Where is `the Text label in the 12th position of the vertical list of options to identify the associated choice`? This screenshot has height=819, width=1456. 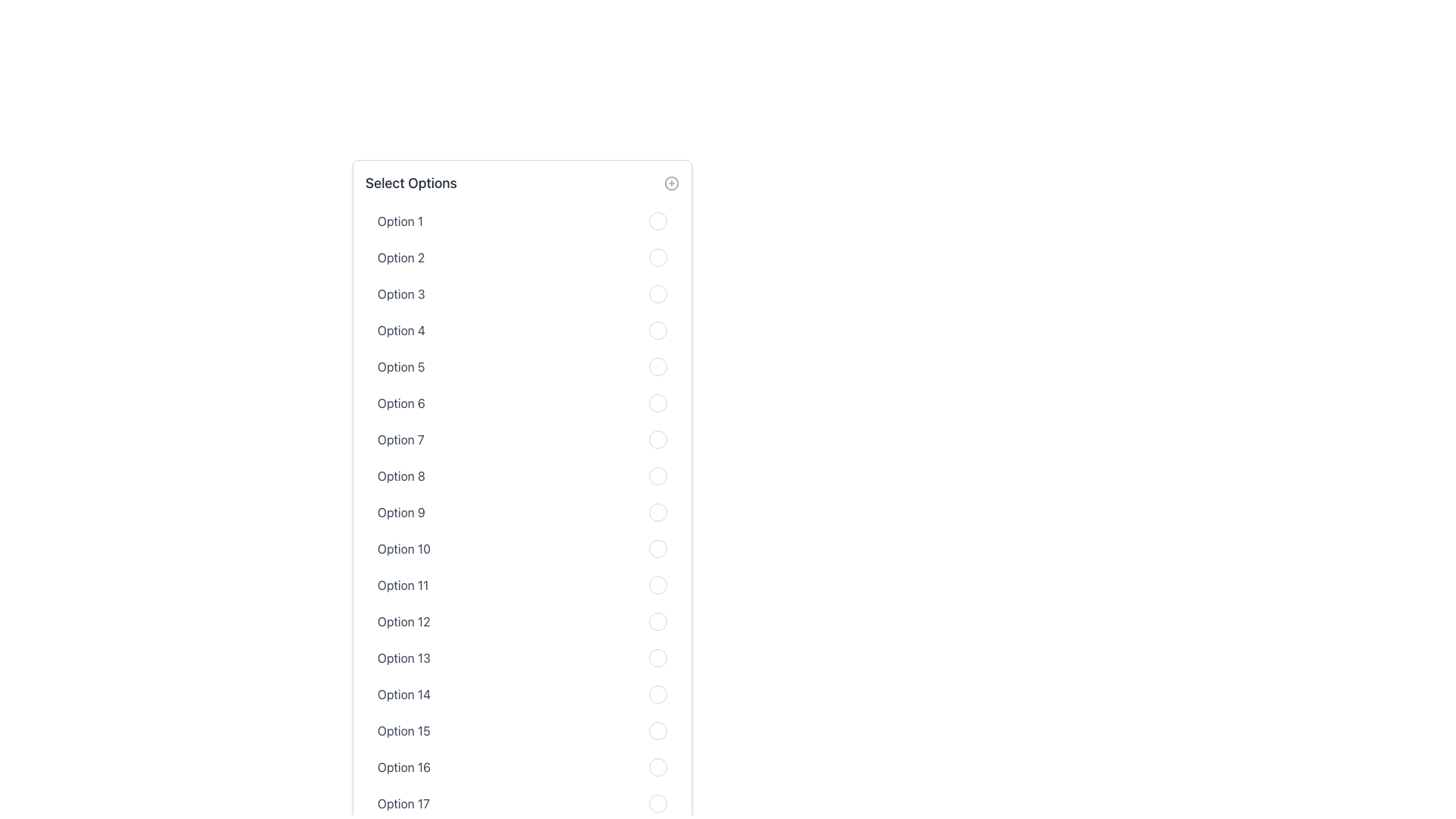
the Text label in the 12th position of the vertical list of options to identify the associated choice is located at coordinates (403, 622).